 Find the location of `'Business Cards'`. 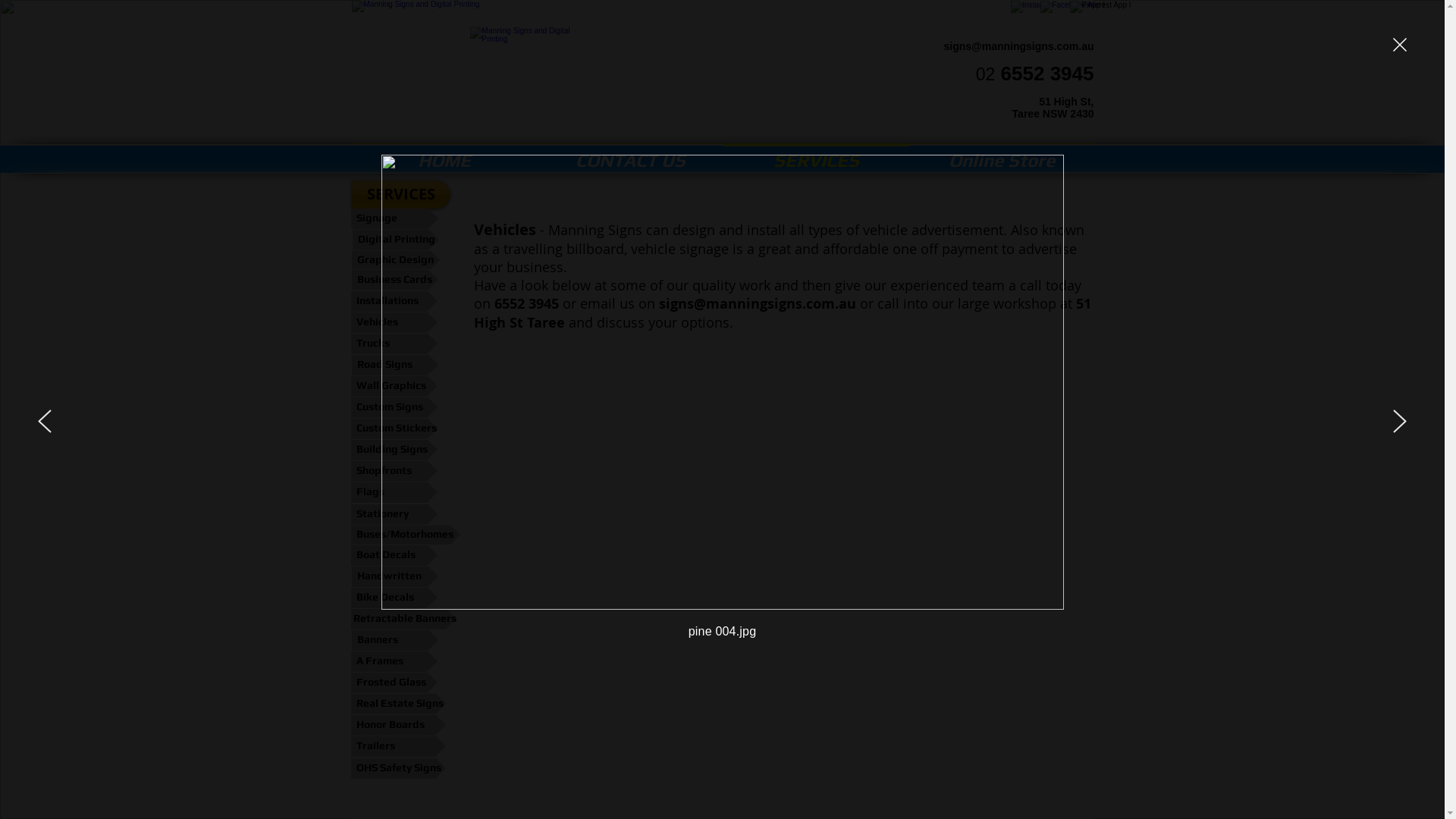

'Business Cards' is located at coordinates (351, 280).